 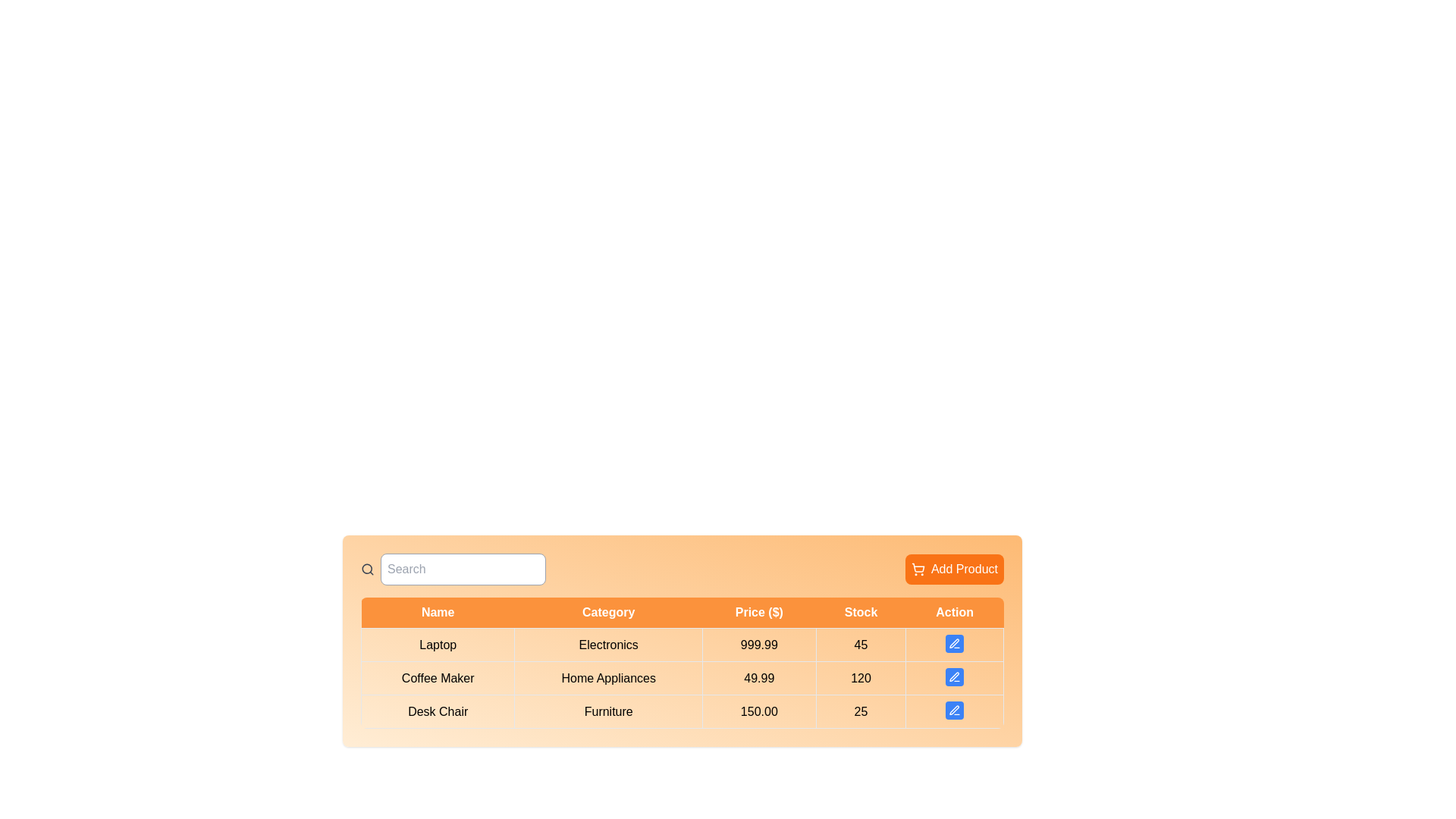 I want to click on the third editing icon in the 'Action' column, so click(x=953, y=711).